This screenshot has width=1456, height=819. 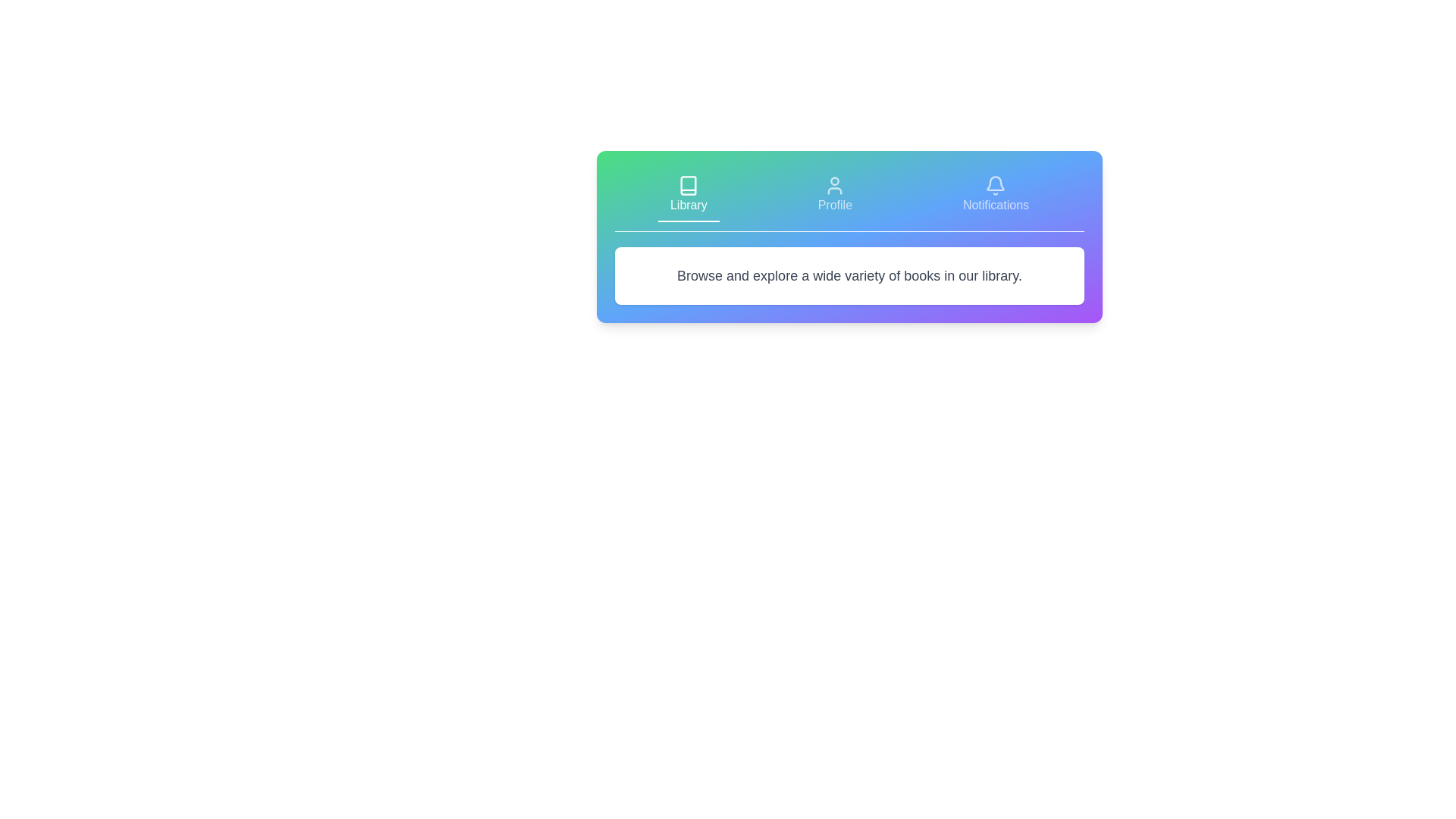 What do you see at coordinates (996, 195) in the screenshot?
I see `the Notifications tab` at bounding box center [996, 195].